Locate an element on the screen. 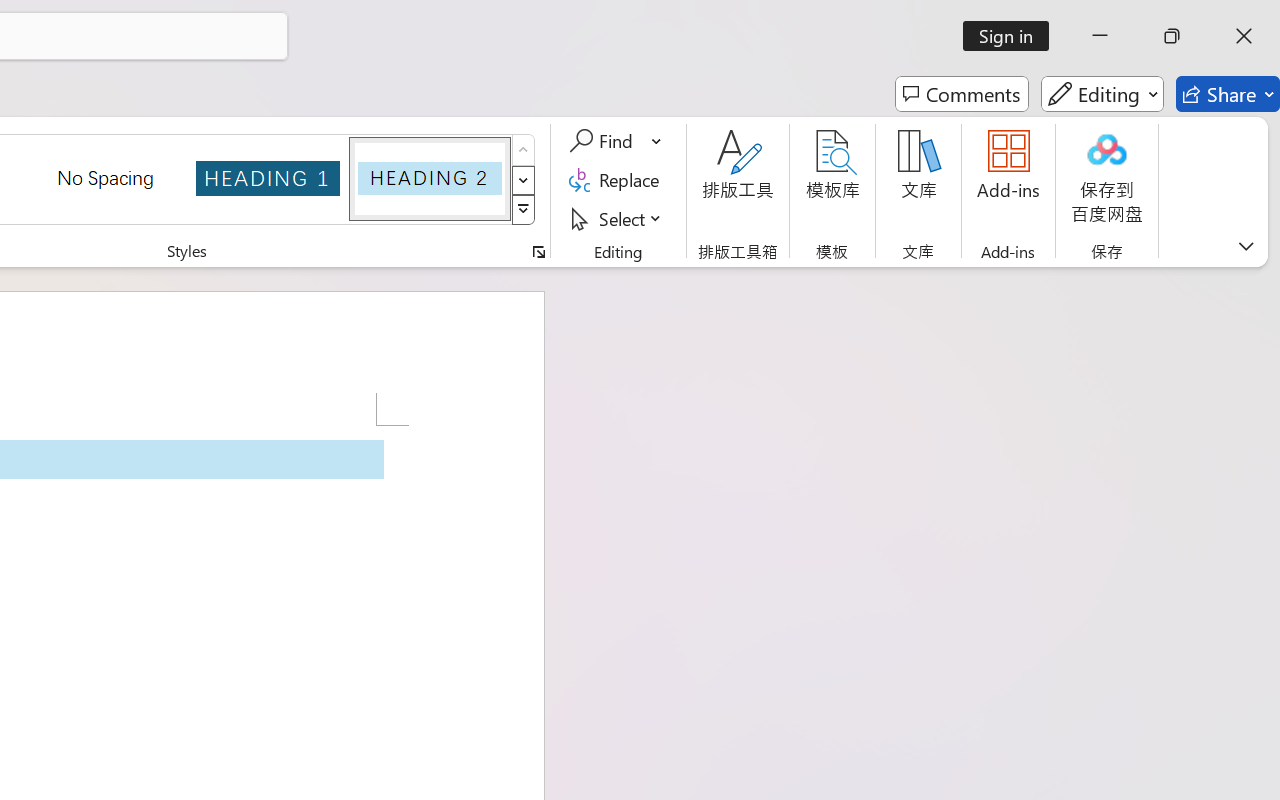  'Editing' is located at coordinates (1101, 94).